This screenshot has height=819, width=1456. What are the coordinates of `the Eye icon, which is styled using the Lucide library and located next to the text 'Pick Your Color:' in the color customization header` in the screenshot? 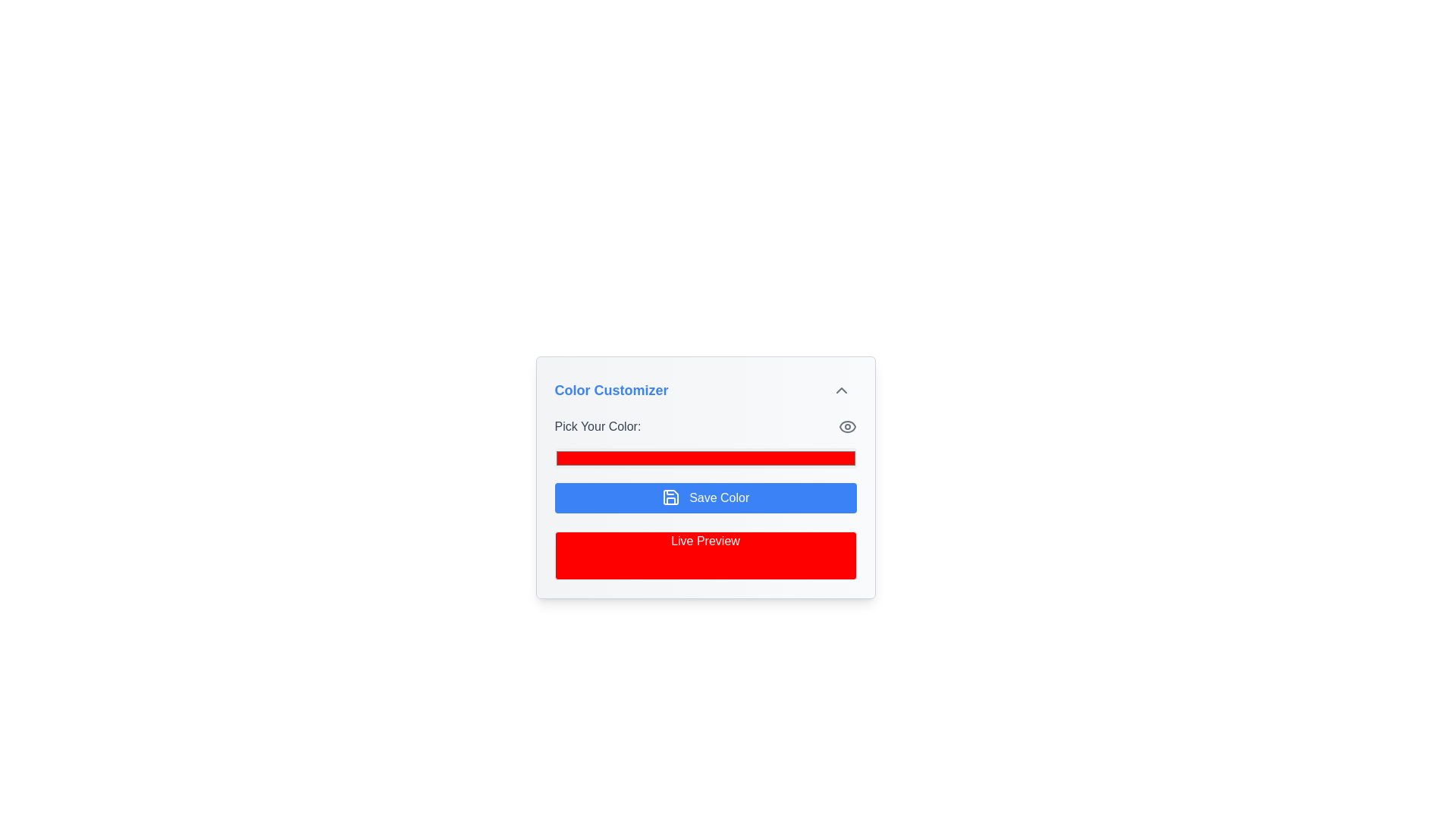 It's located at (846, 427).